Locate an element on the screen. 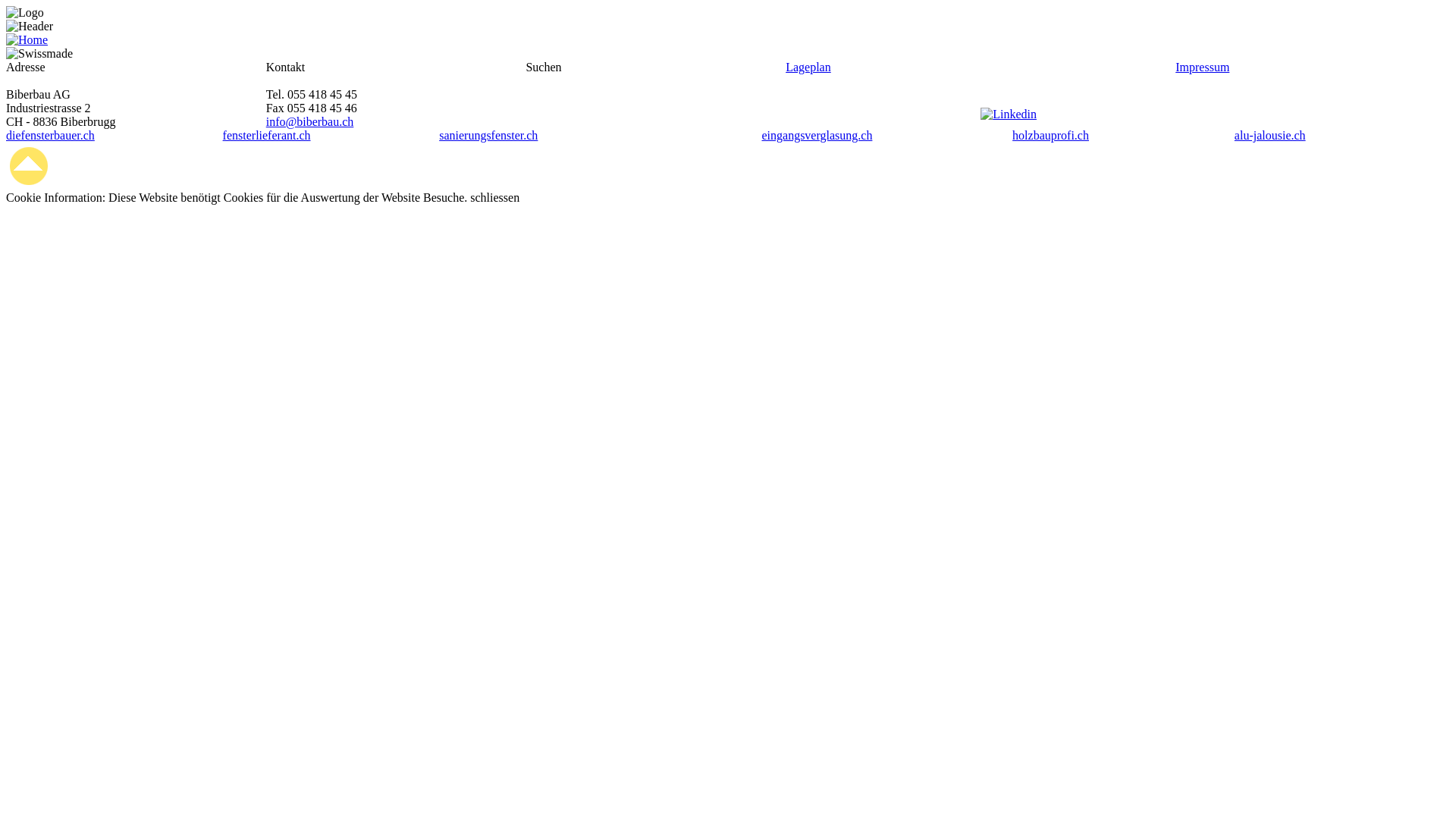 This screenshot has width=1456, height=819. 'Lageplan' is located at coordinates (807, 66).